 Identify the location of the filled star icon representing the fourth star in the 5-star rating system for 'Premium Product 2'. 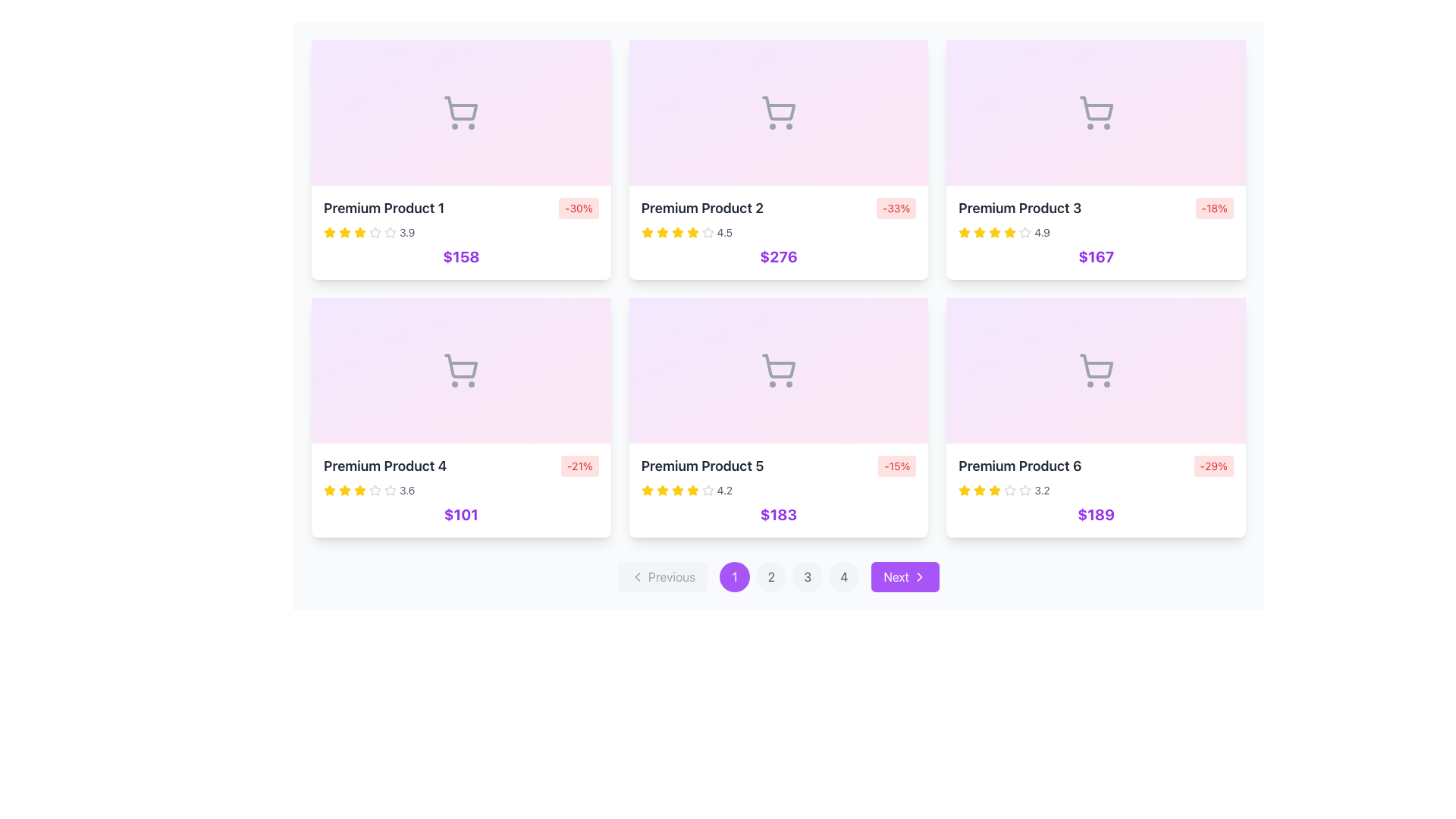
(676, 233).